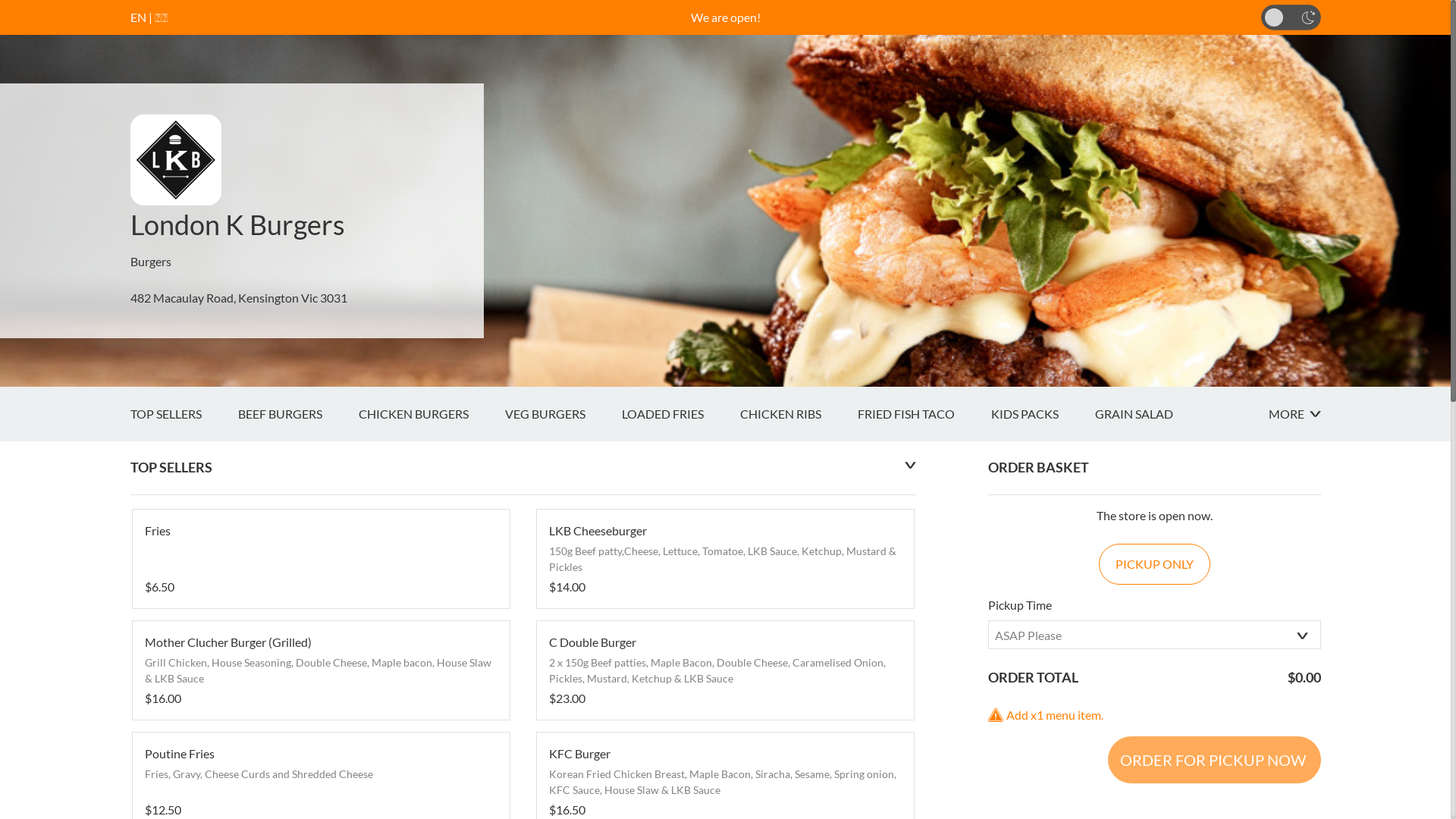 The height and width of the screenshot is (819, 1456). Describe the element at coordinates (505, 414) in the screenshot. I see `'VEG BURGERS'` at that location.